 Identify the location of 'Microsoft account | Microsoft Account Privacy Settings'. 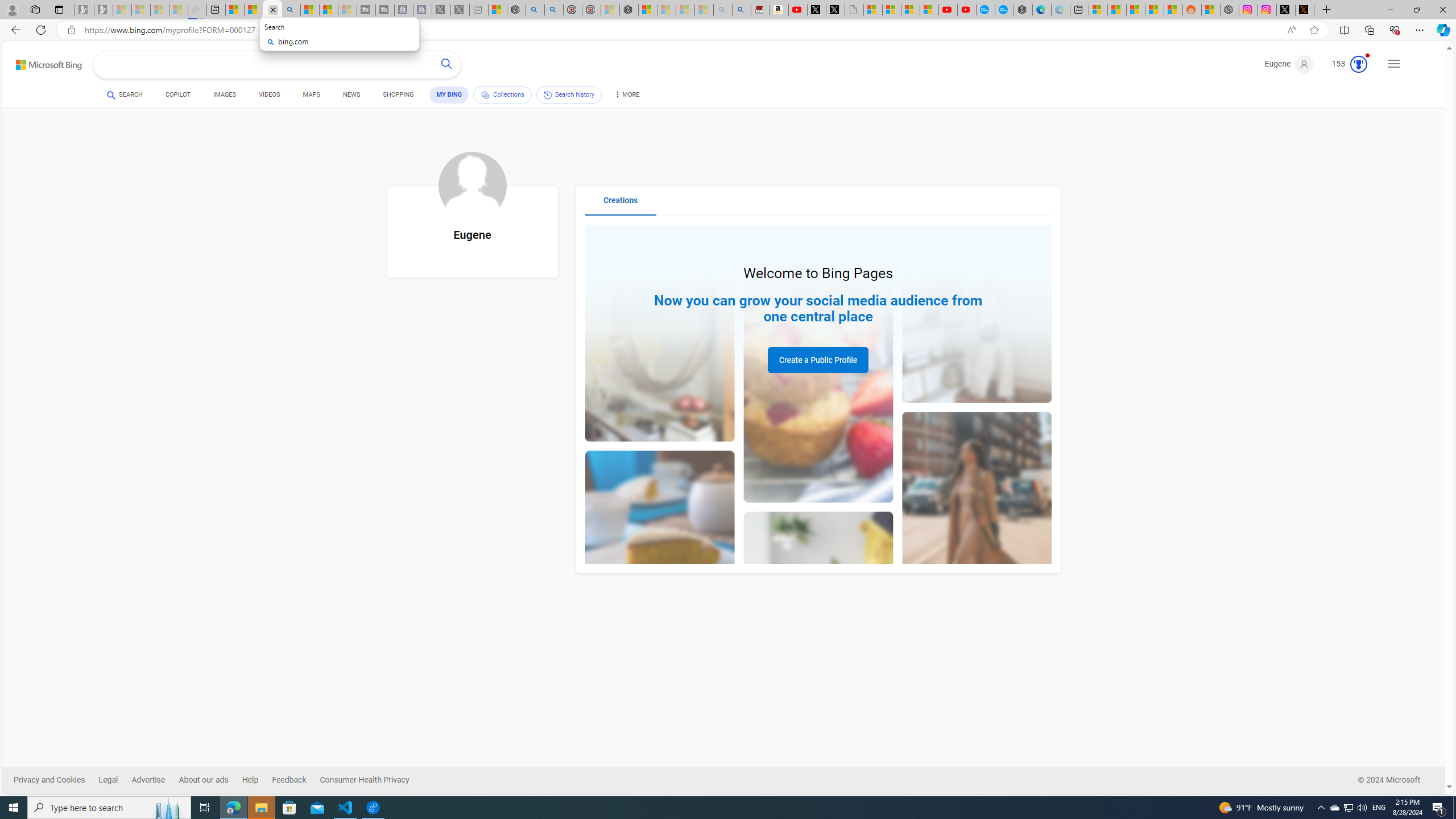
(1098, 9).